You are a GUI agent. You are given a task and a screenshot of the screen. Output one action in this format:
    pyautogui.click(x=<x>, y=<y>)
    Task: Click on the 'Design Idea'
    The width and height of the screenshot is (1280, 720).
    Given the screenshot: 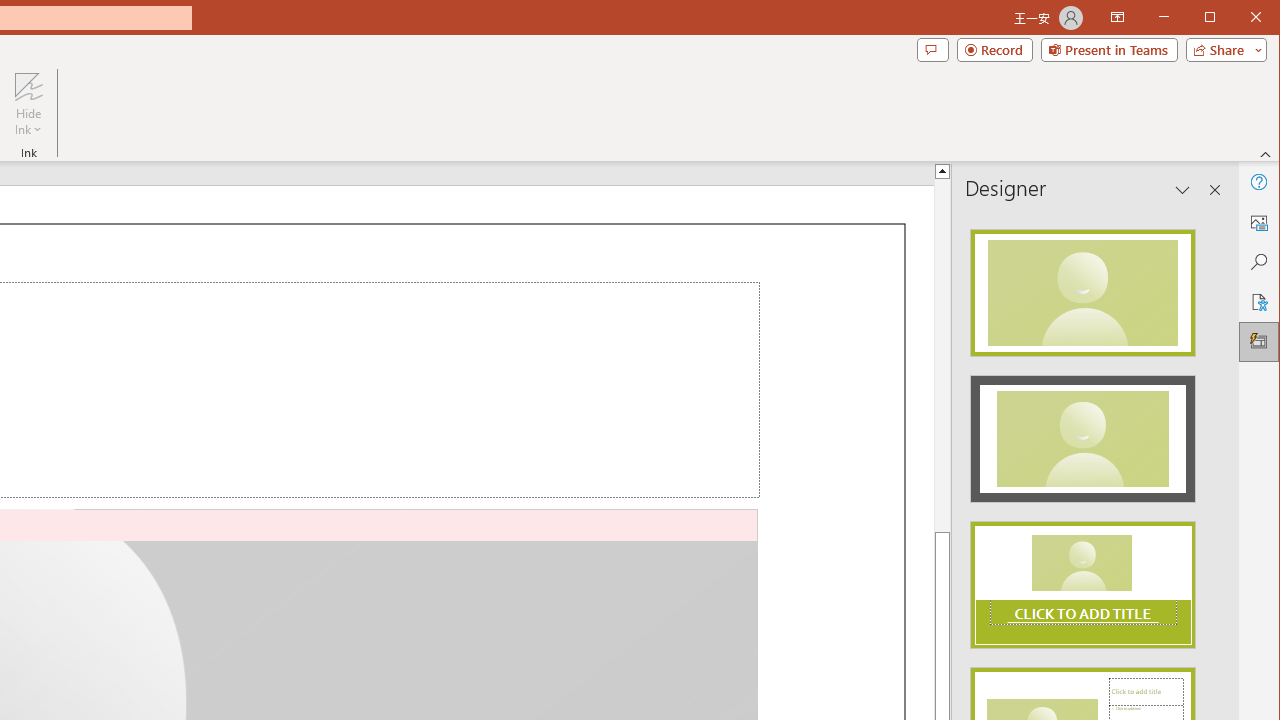 What is the action you would take?
    pyautogui.click(x=1081, y=579)
    